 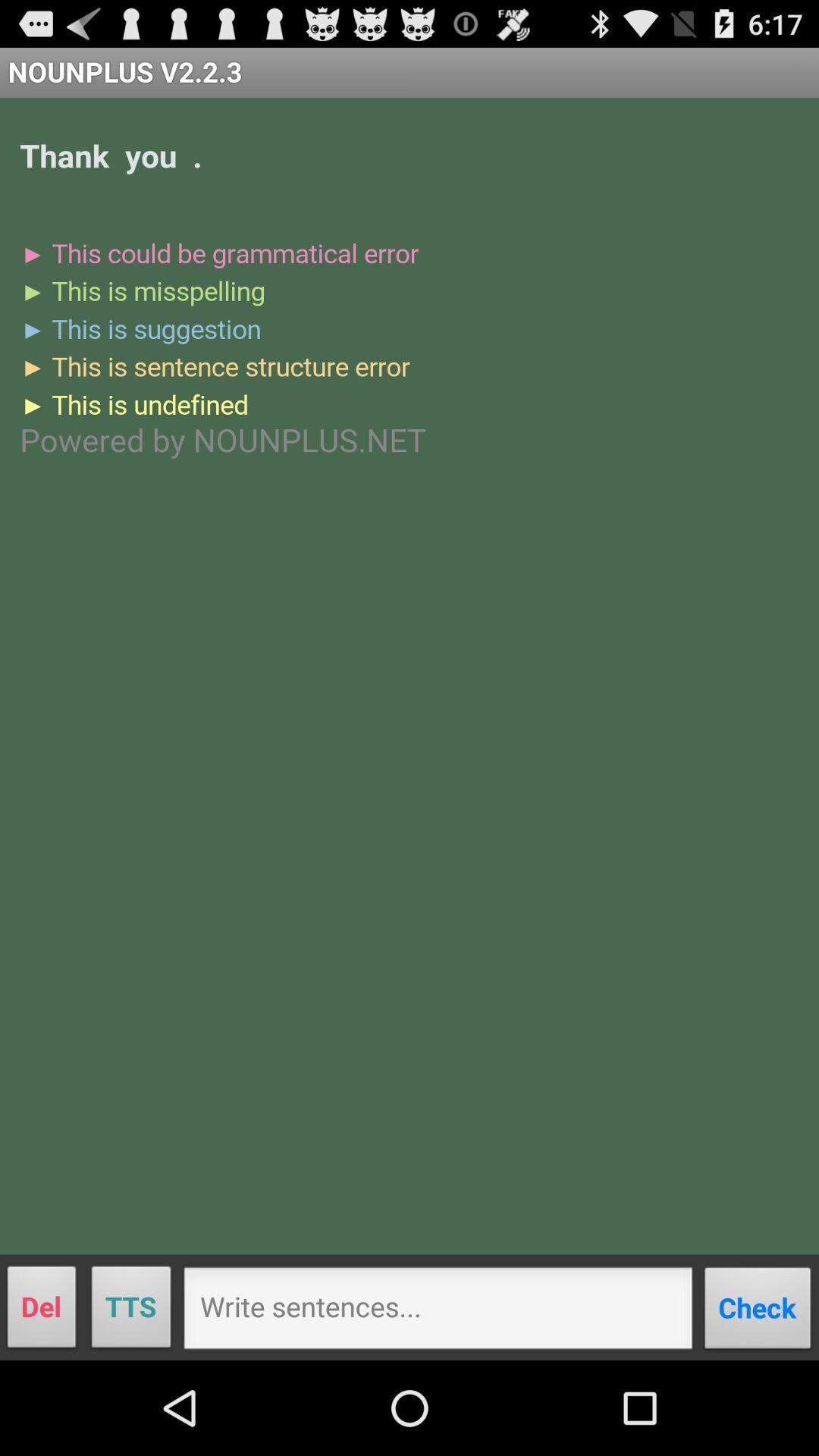 I want to click on press here to write, so click(x=438, y=1312).